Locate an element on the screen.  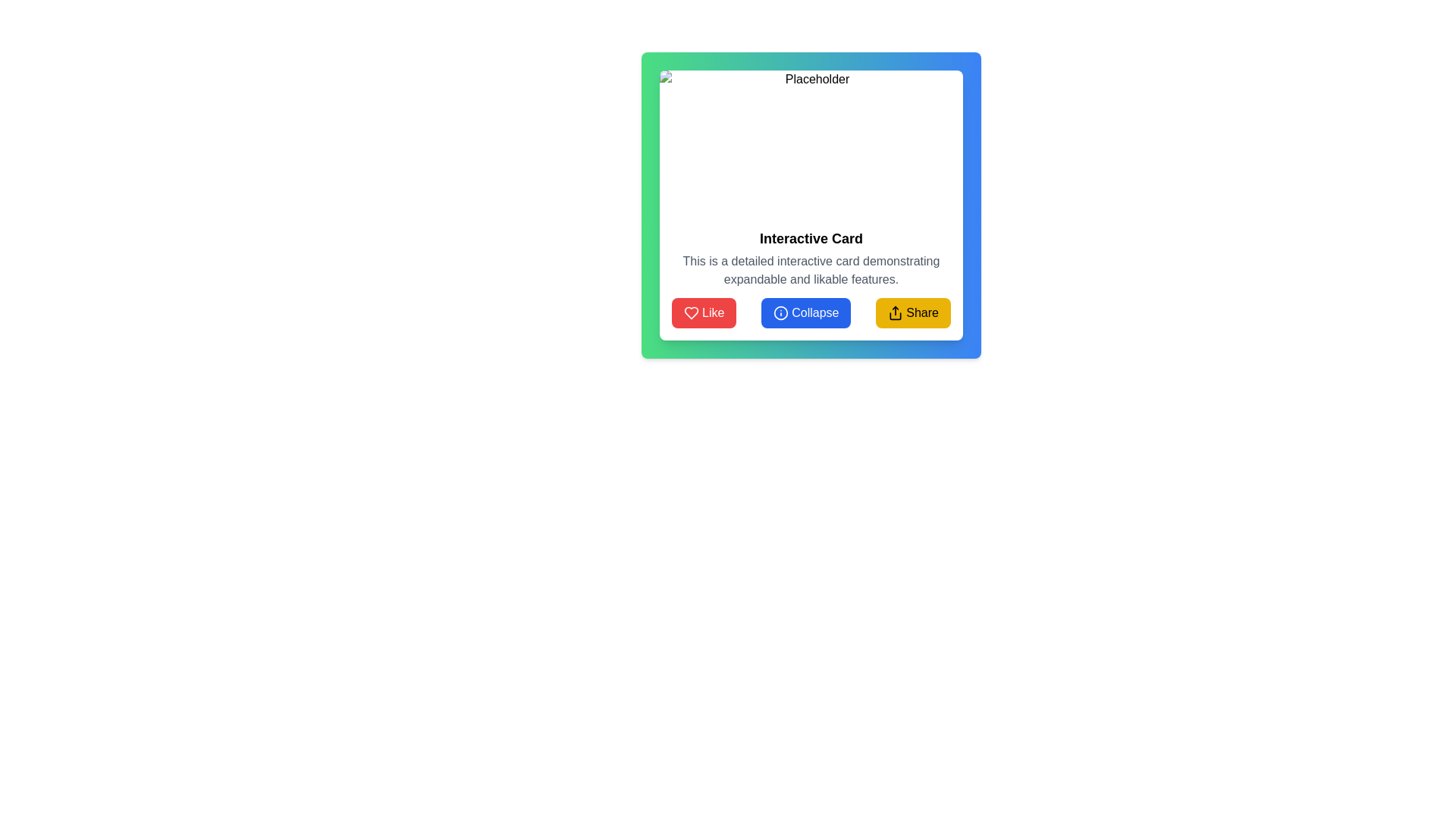
the small blue circular information icon containing an 'i' symbol located to the left within the 'Collapse' button at the bottom center of the interactive card interface is located at coordinates (781, 312).